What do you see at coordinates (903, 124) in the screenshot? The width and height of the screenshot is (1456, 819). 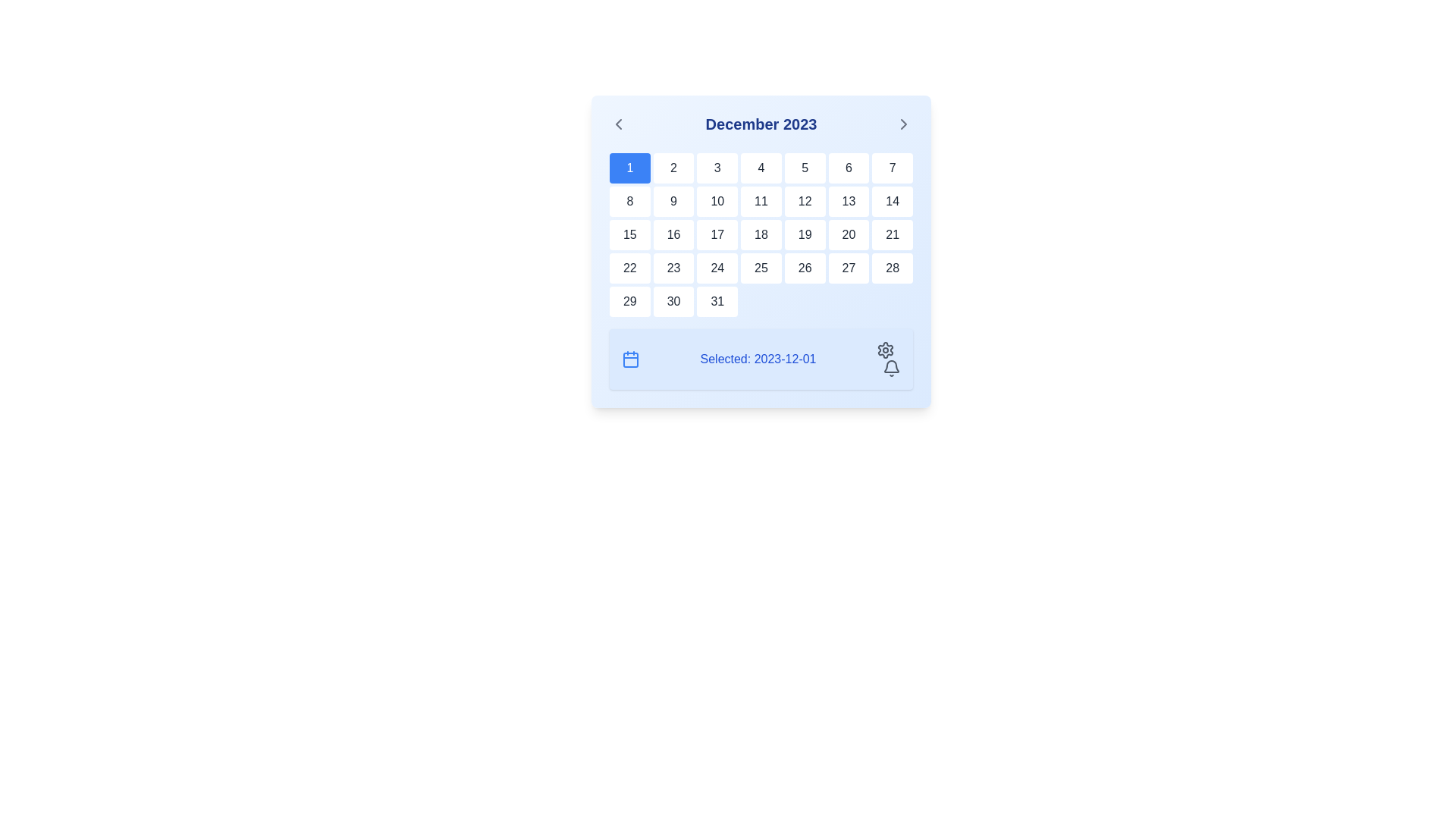 I see `the rightward-facing chevron icon button in the calendar header` at bounding box center [903, 124].